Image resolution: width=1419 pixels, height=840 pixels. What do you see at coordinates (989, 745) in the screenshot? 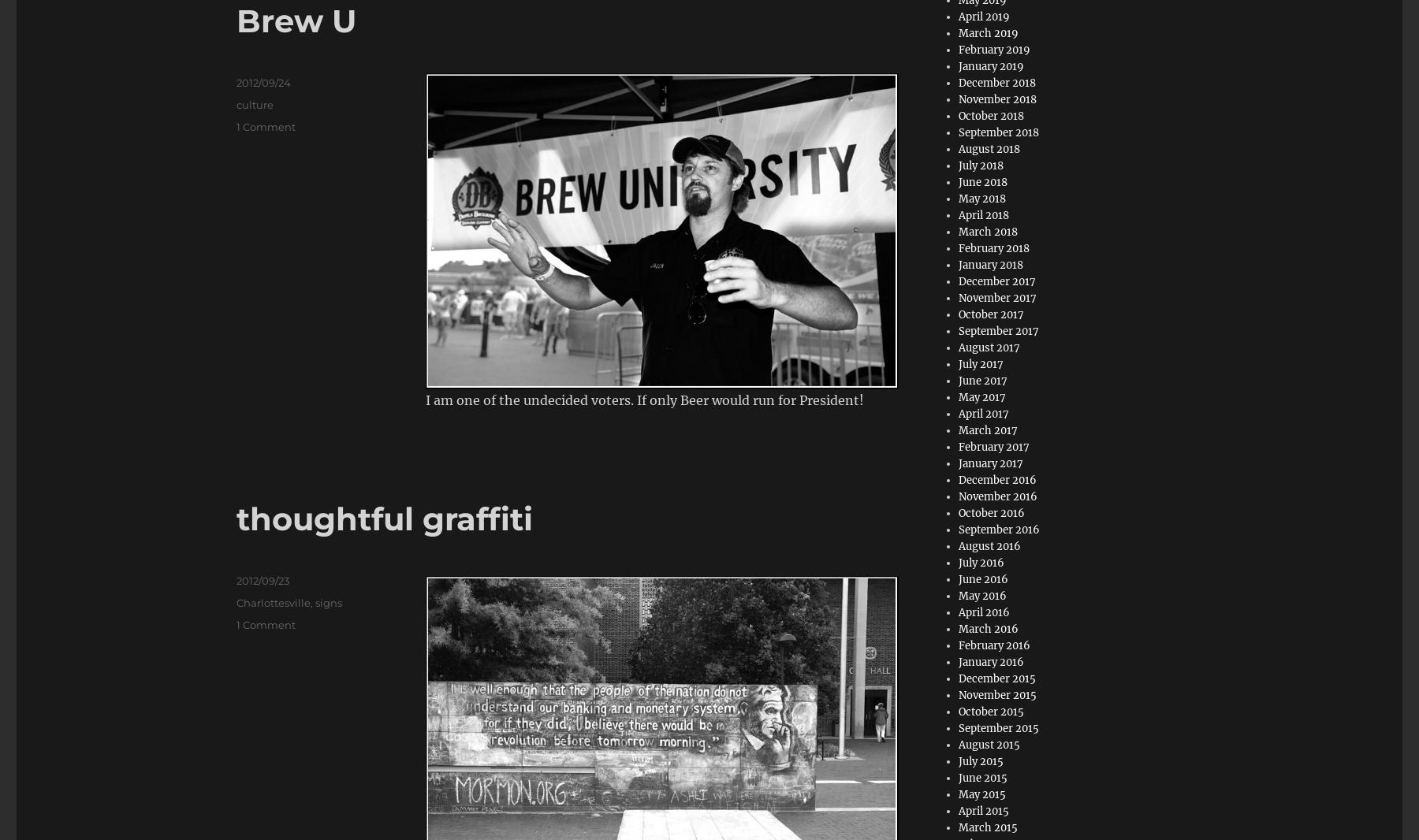
I see `'August 2015'` at bounding box center [989, 745].